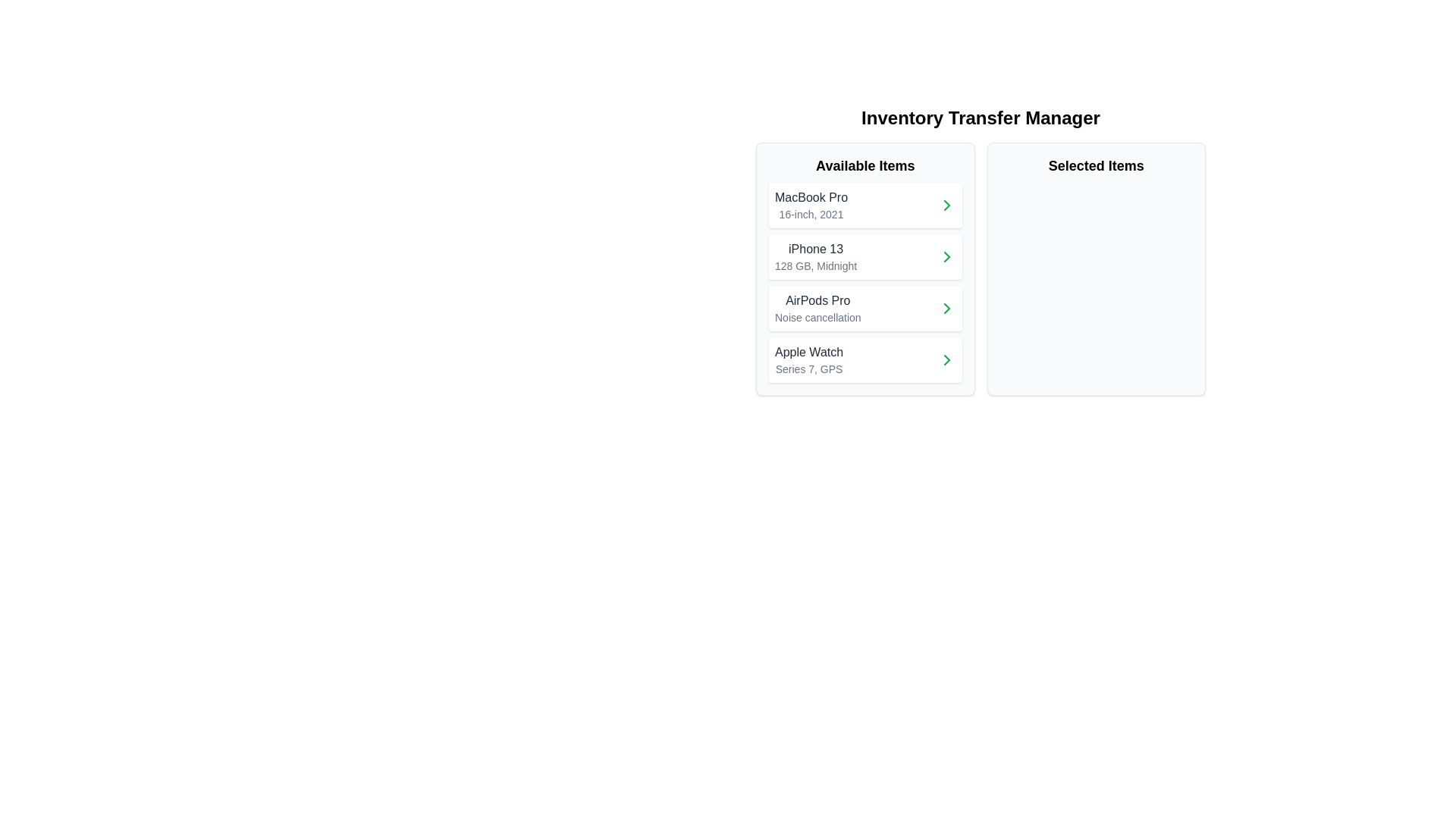 The width and height of the screenshot is (1456, 819). Describe the element at coordinates (981, 117) in the screenshot. I see `the bold heading 'Inventory Transfer Manager' which is prominently displayed at the top of the interface, centered horizontally above the sections labeled 'Available Items' and 'Selected Items'` at that location.